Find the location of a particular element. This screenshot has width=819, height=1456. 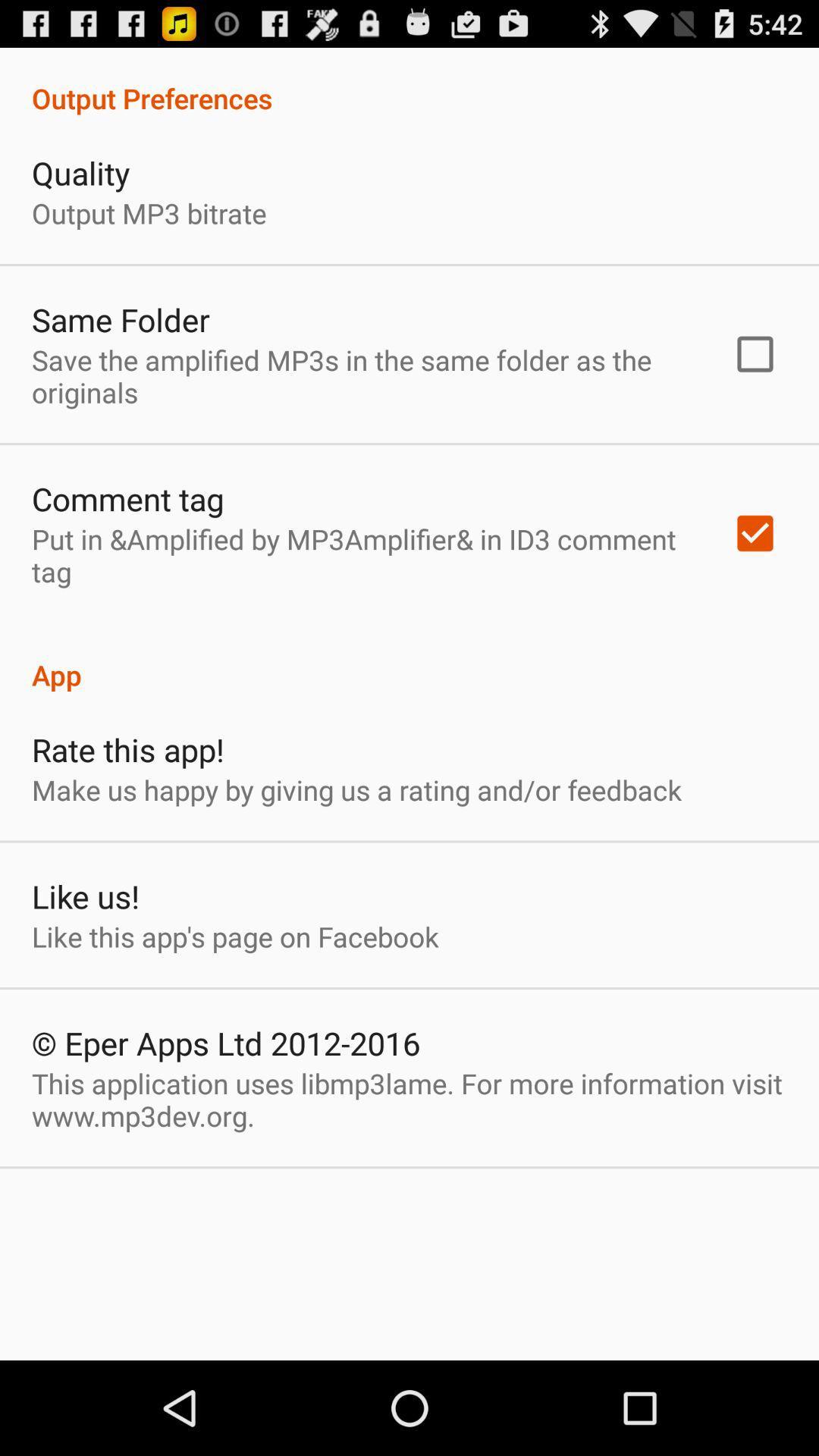

quality icon is located at coordinates (80, 173).